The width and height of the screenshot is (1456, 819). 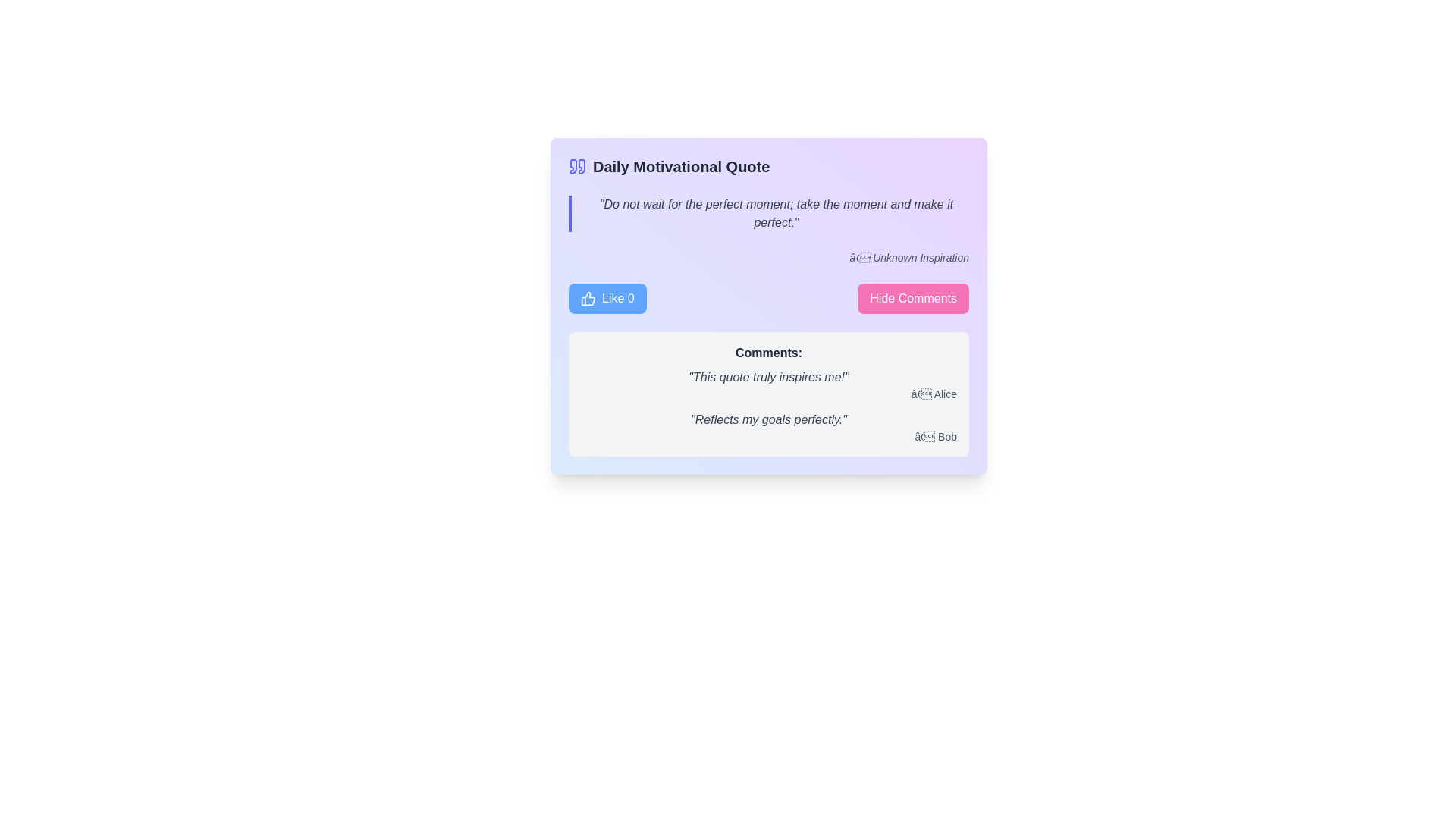 What do you see at coordinates (587, 298) in the screenshot?
I see `the 'like' icon located in the upper-left corner of the card layout, just below the motivational quote section` at bounding box center [587, 298].